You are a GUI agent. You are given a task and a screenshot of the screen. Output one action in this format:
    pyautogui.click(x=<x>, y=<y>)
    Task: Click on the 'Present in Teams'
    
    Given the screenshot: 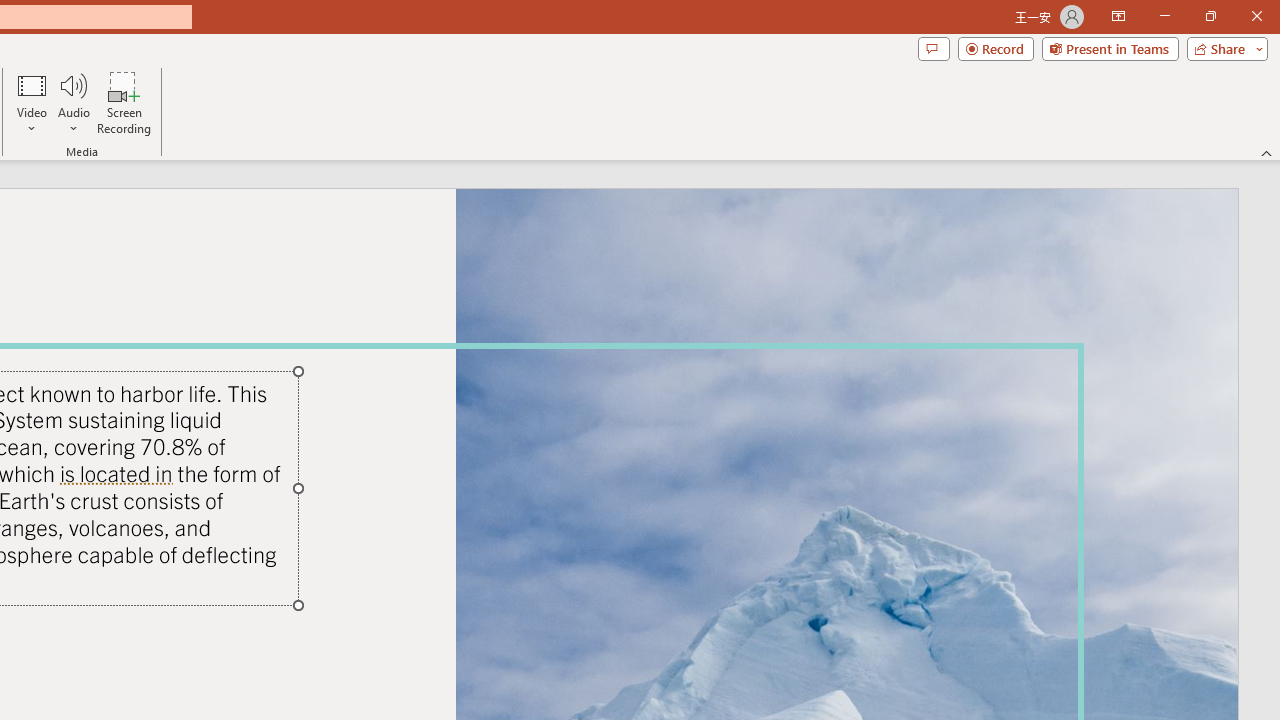 What is the action you would take?
    pyautogui.click(x=1109, y=47)
    